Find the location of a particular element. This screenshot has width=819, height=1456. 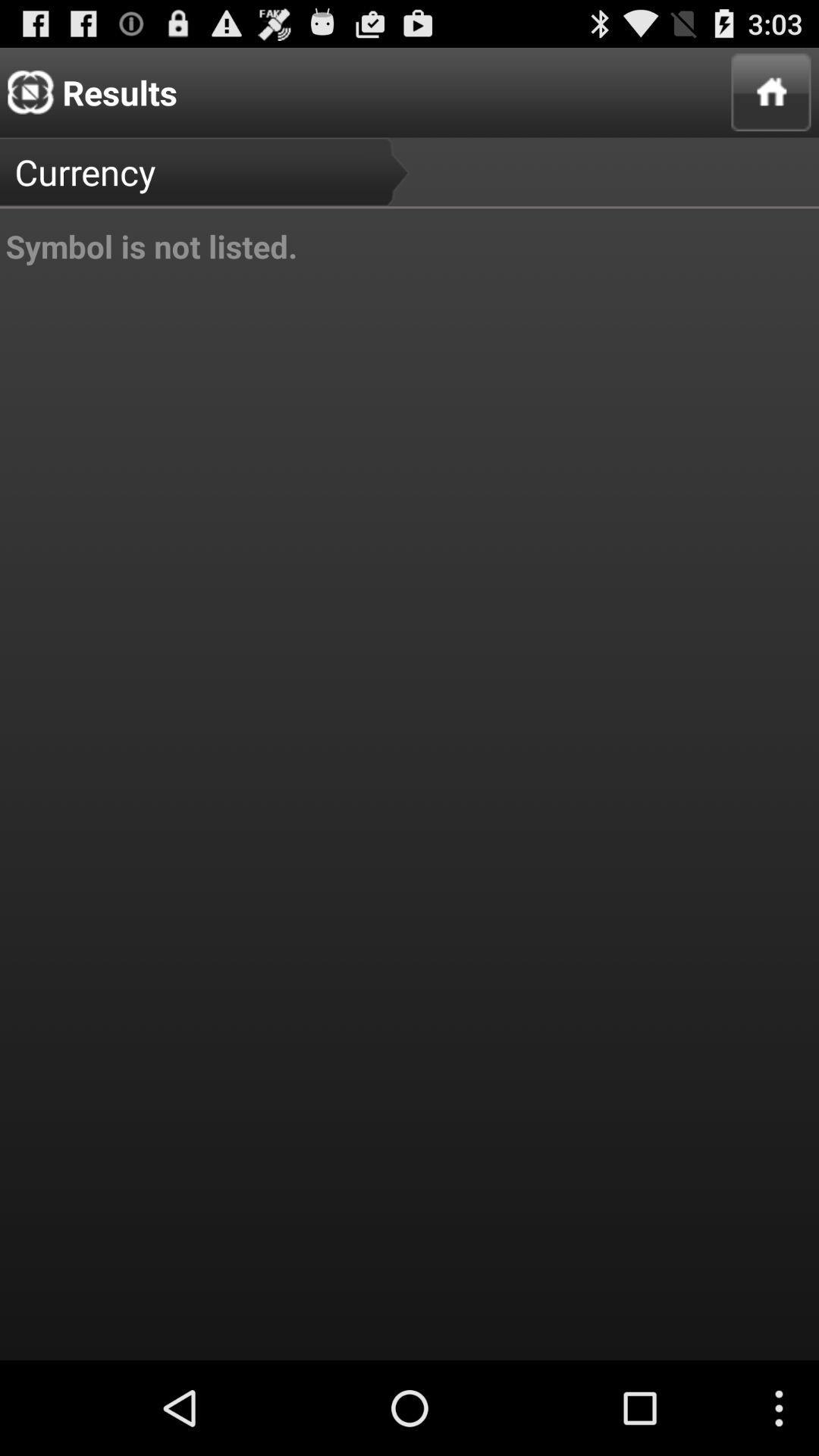

home button is located at coordinates (771, 91).